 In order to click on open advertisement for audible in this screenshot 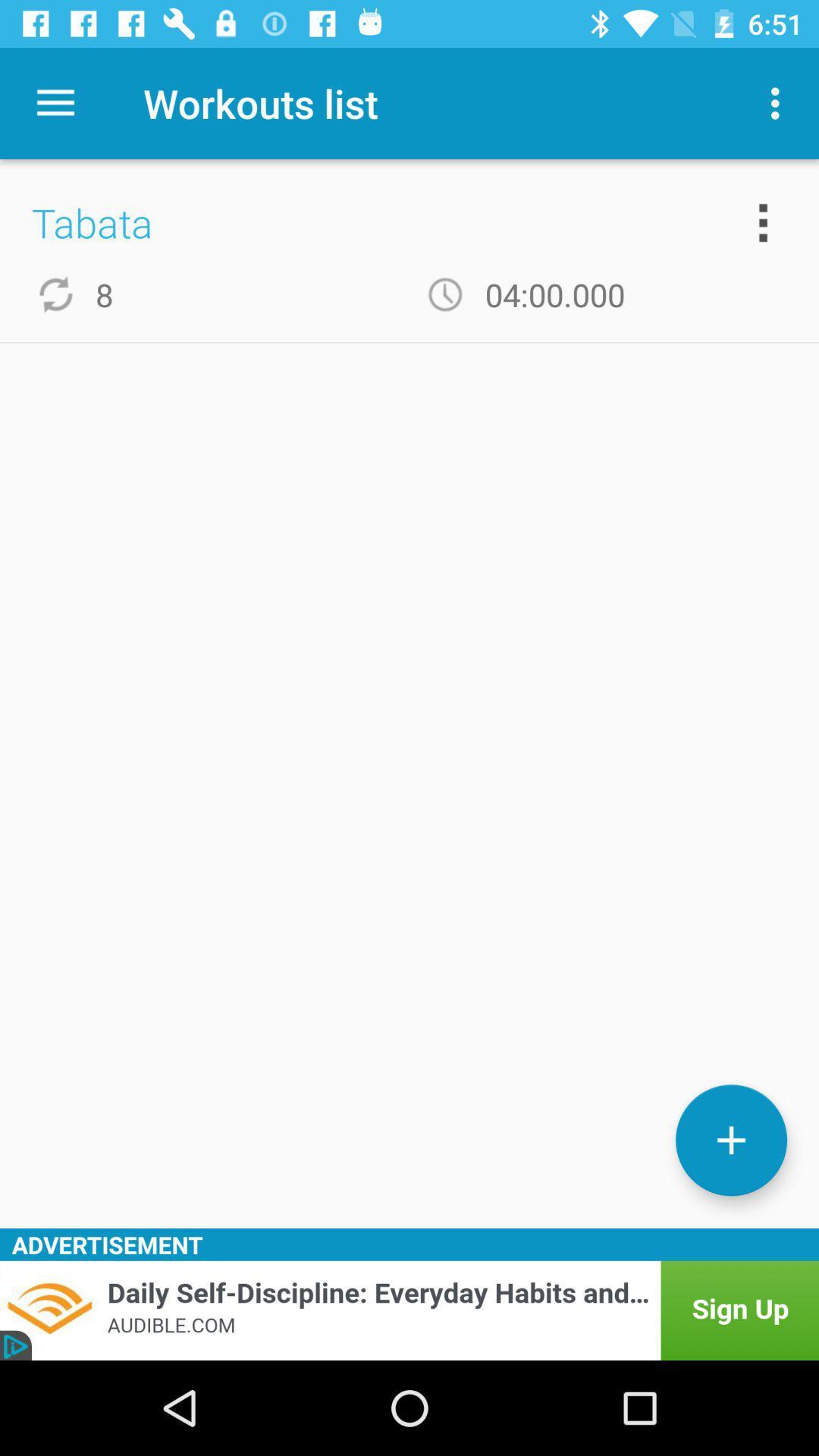, I will do `click(409, 1310)`.